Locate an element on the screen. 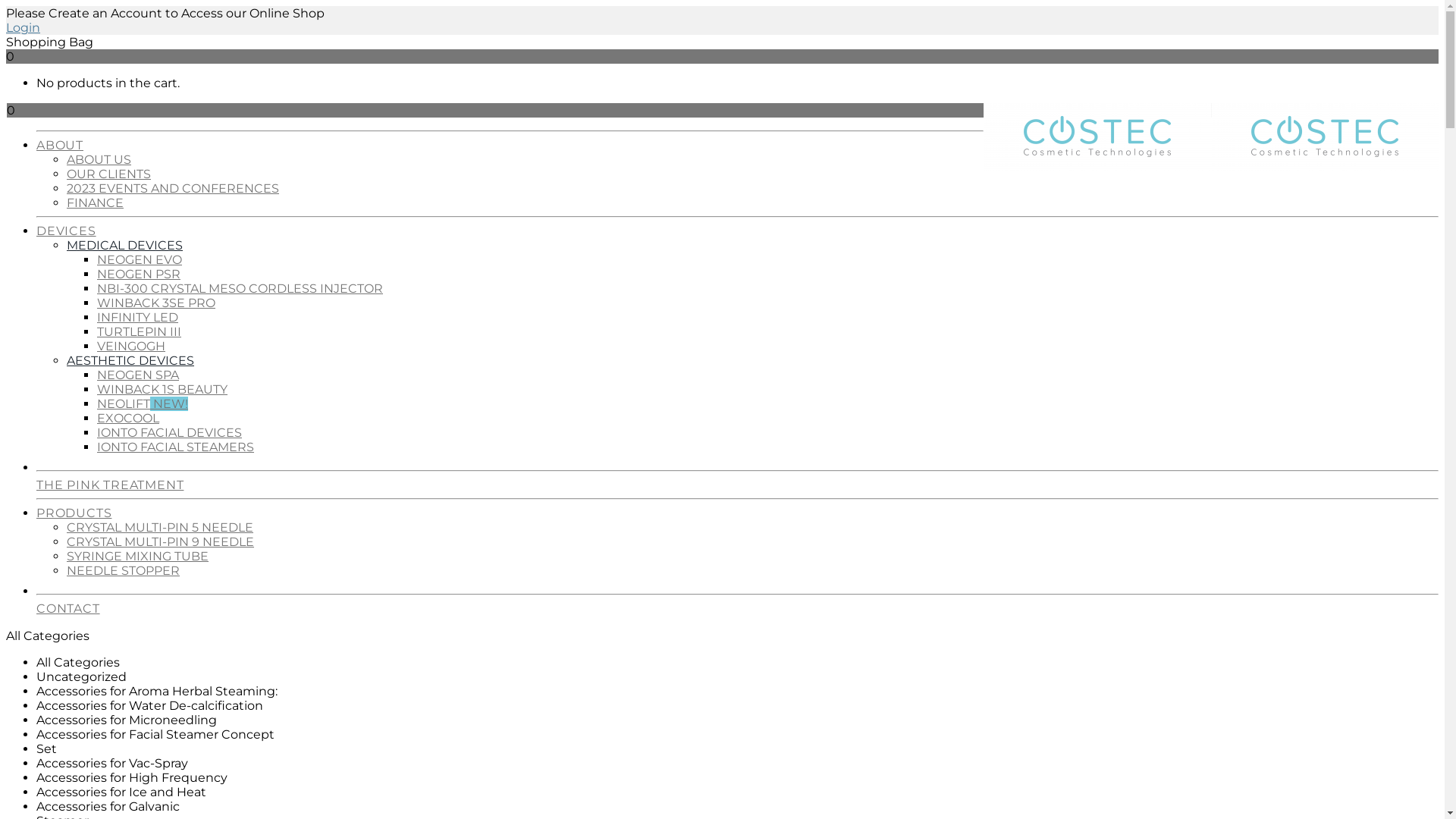 The height and width of the screenshot is (819, 1456). 'NEOLIFT NEW!' is located at coordinates (142, 403).